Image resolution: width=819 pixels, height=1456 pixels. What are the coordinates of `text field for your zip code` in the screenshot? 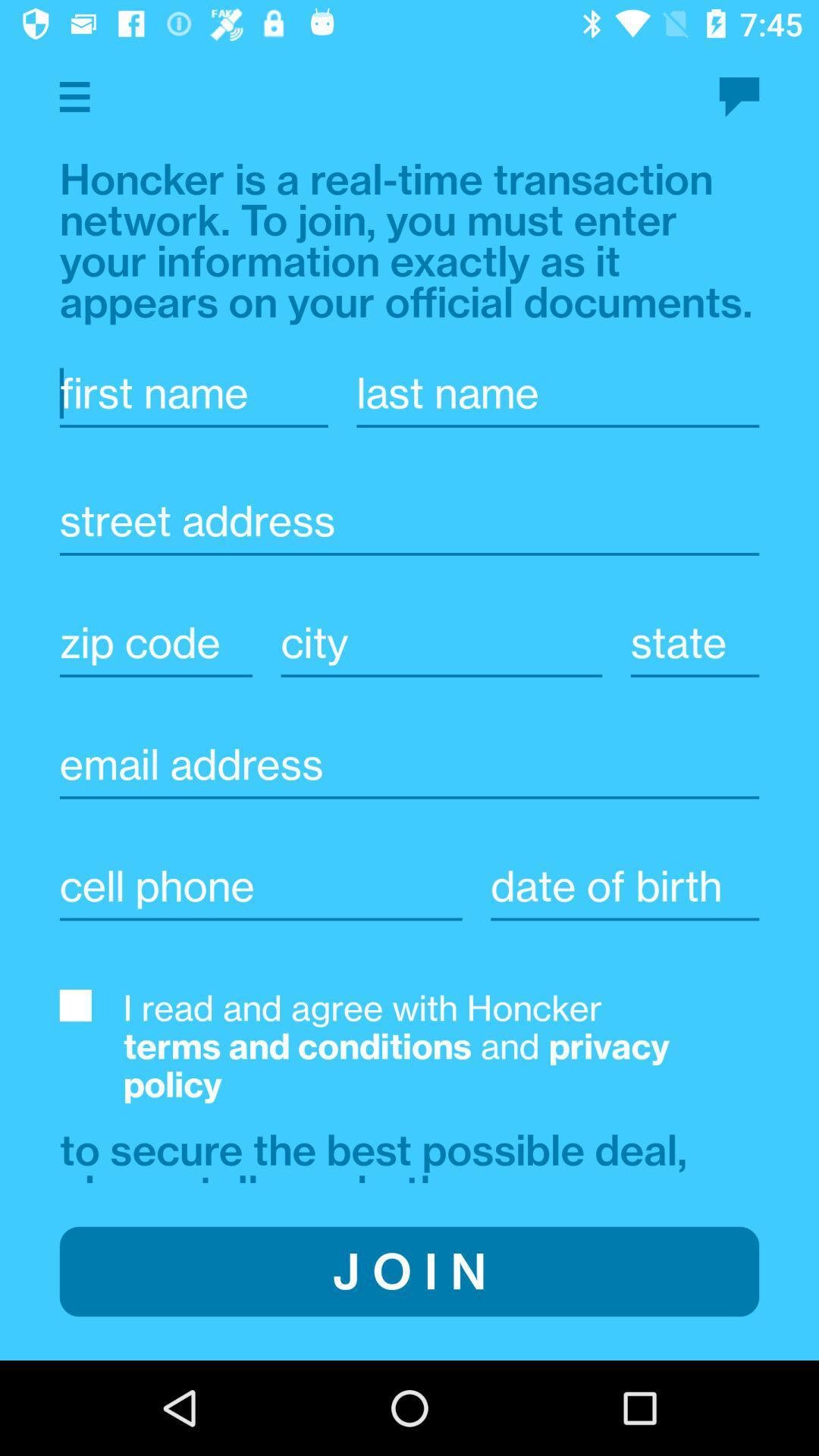 It's located at (155, 642).